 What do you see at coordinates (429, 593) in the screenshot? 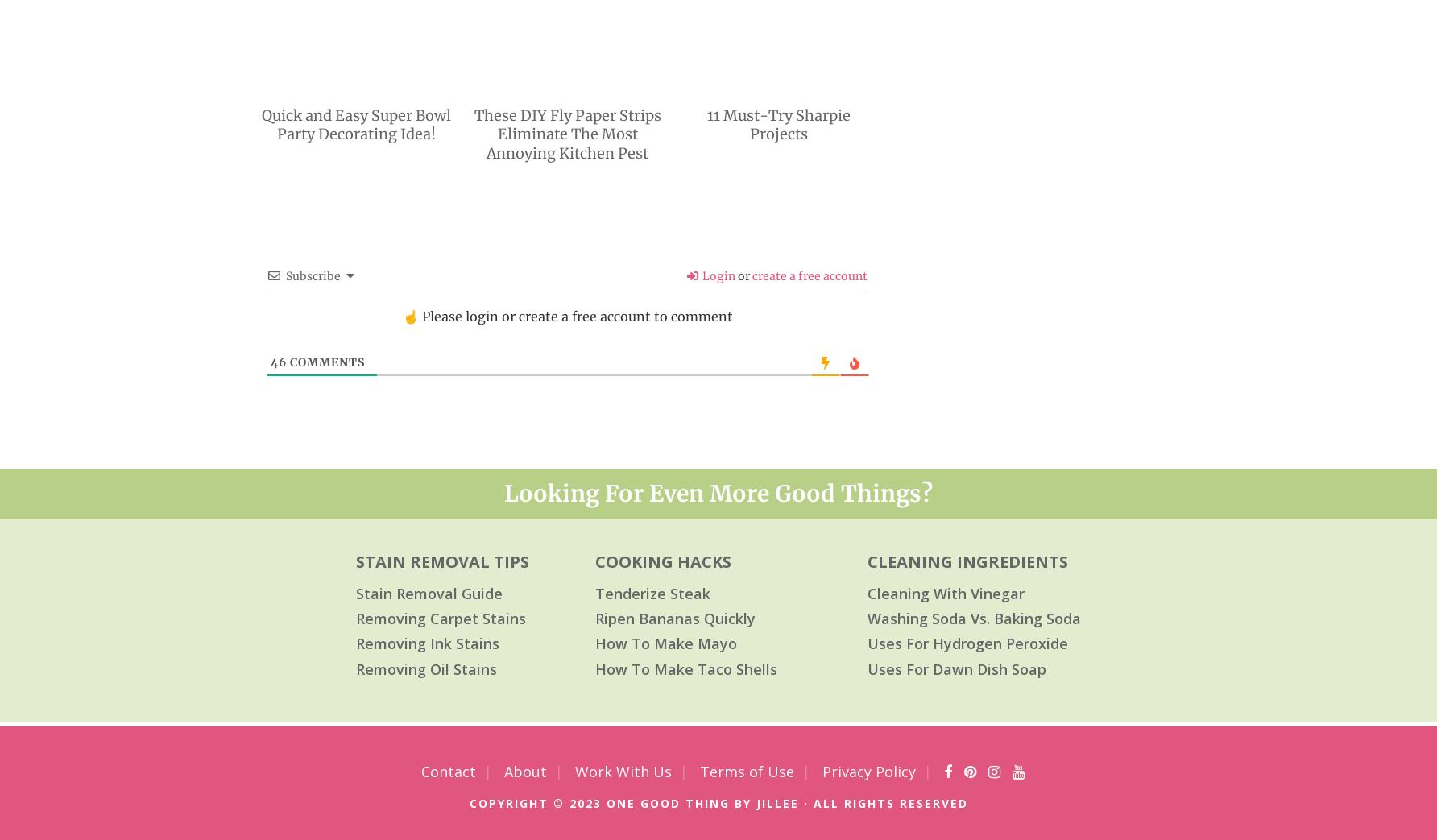
I see `'Stain Removal Guide'` at bounding box center [429, 593].